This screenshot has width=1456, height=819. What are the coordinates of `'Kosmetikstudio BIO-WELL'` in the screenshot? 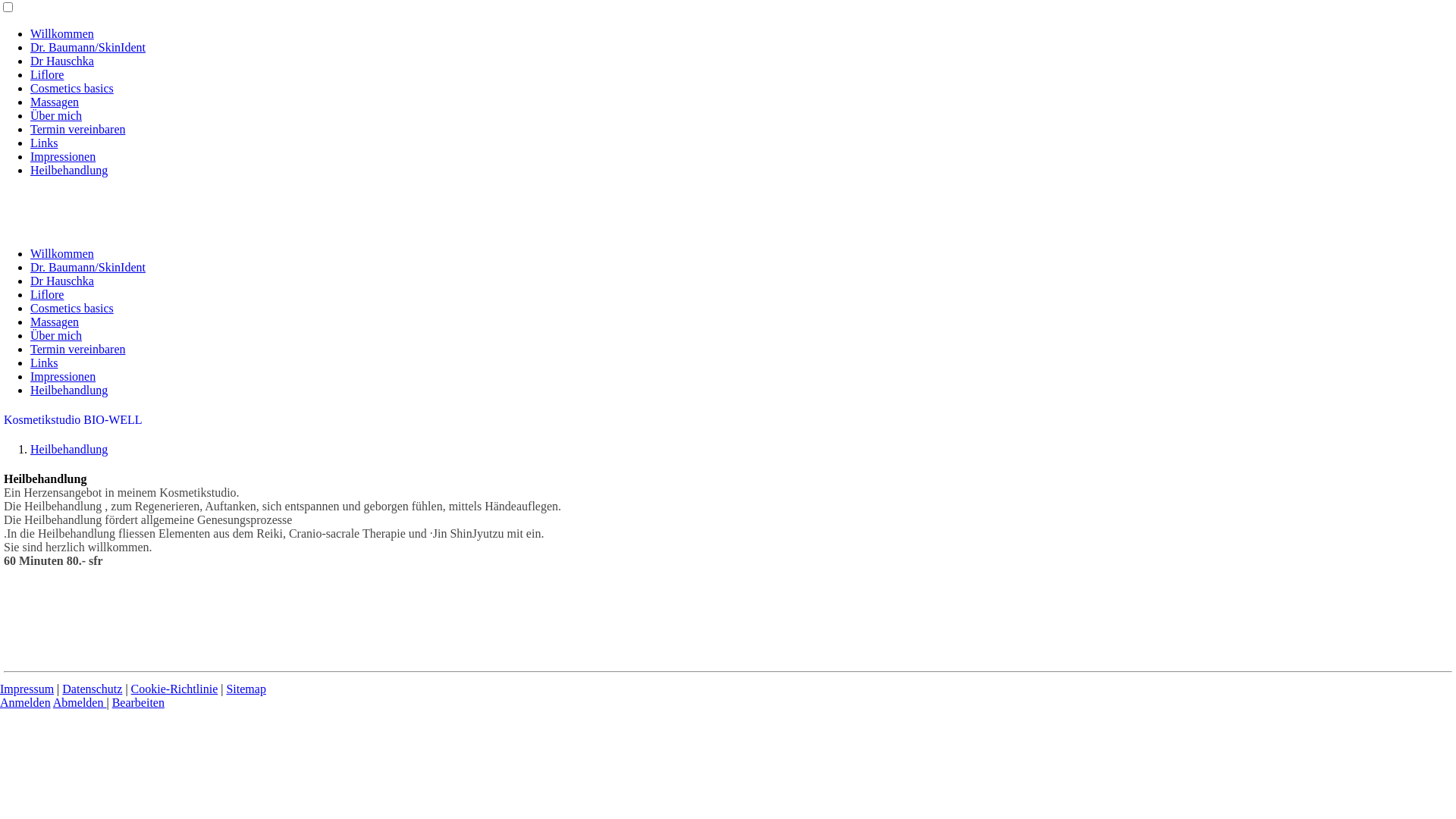 It's located at (72, 419).